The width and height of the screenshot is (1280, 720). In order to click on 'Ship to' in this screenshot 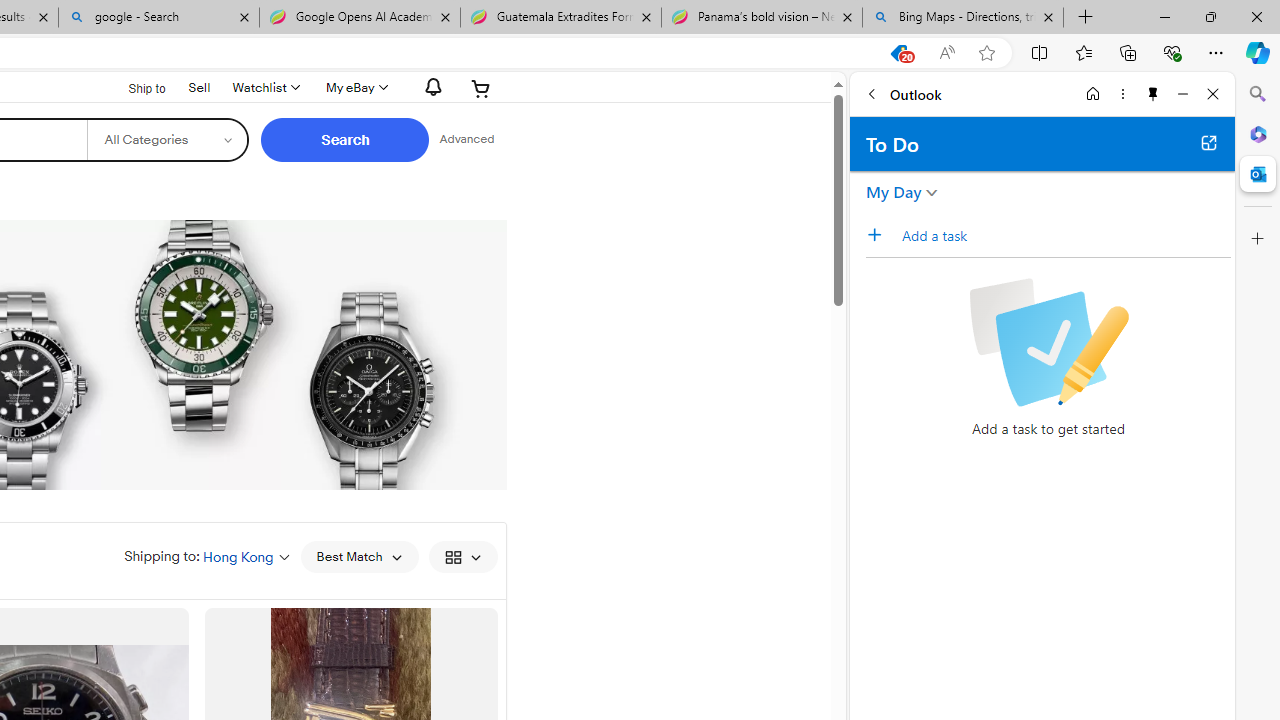, I will do `click(133, 88)`.